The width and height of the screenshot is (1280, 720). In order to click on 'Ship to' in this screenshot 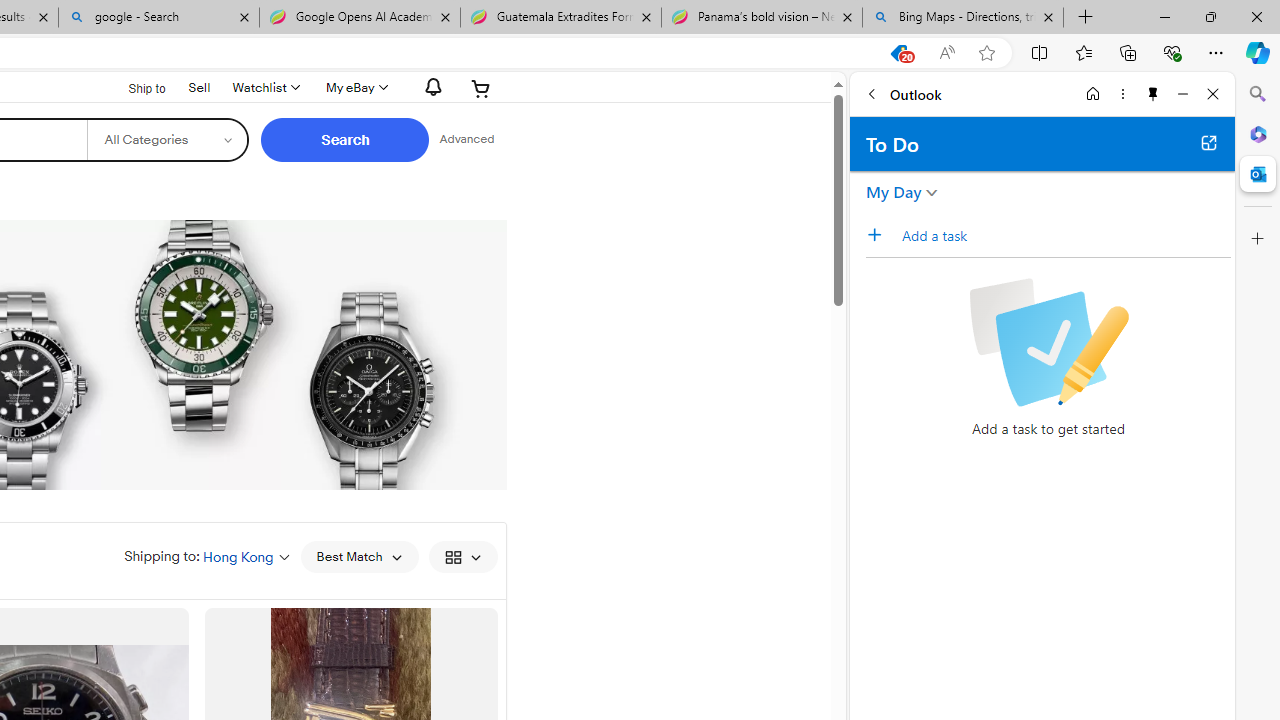, I will do `click(133, 88)`.